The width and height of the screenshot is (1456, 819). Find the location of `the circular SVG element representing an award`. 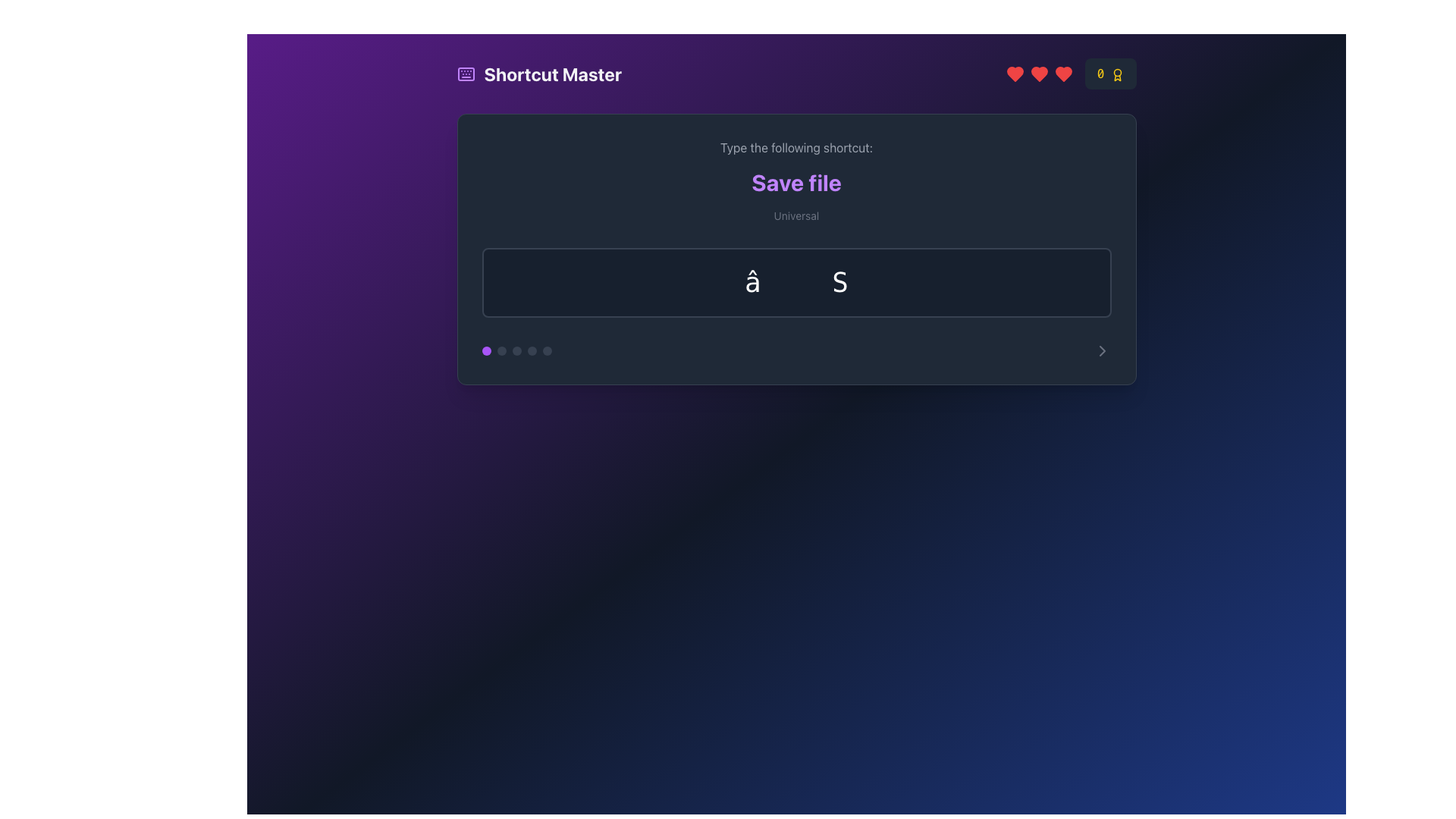

the circular SVG element representing an award is located at coordinates (1117, 72).